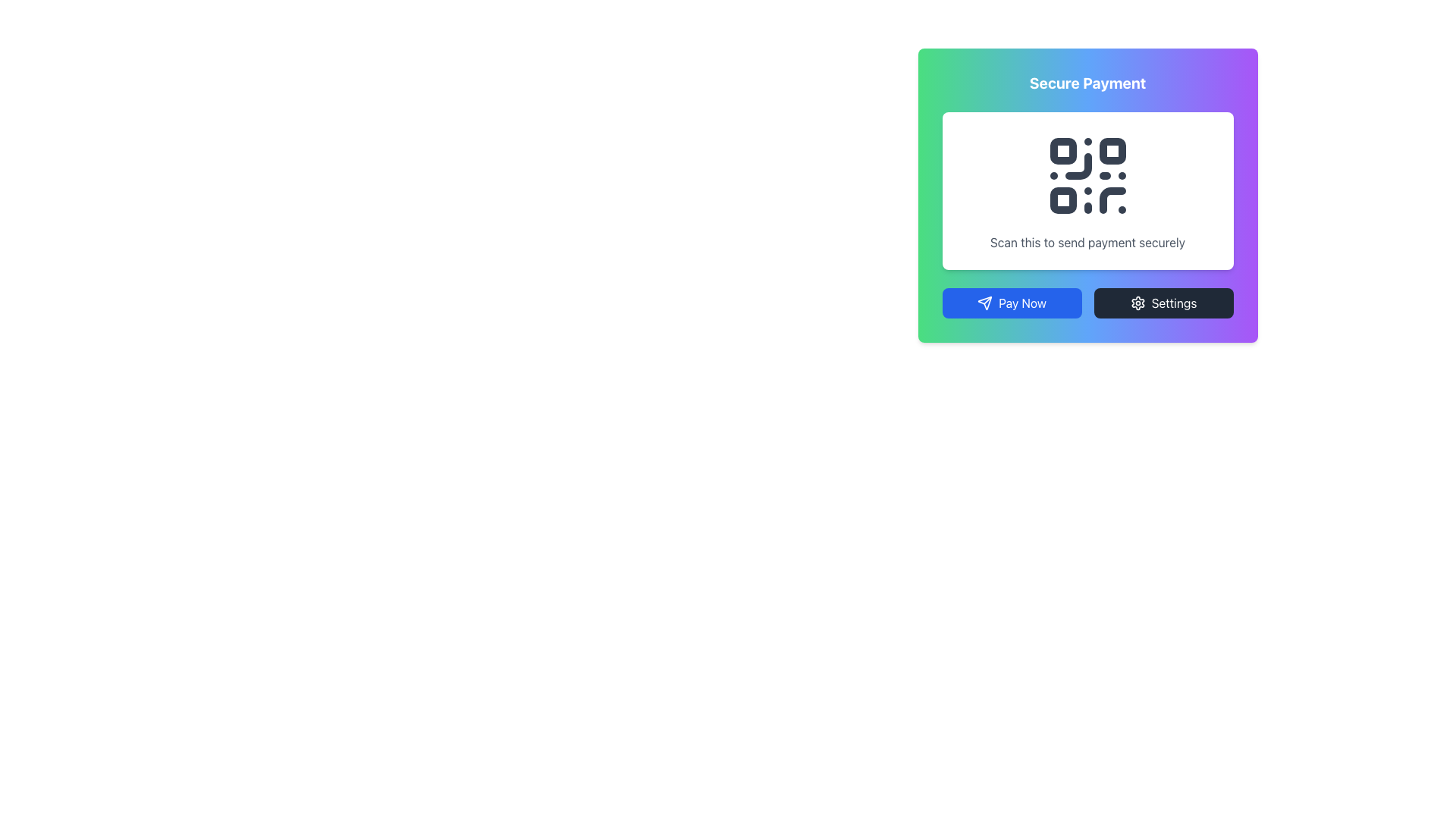 This screenshot has width=1456, height=819. Describe the element at coordinates (1137, 303) in the screenshot. I see `the 'Settings' icon located near the bottom-right corner of the interface` at that location.